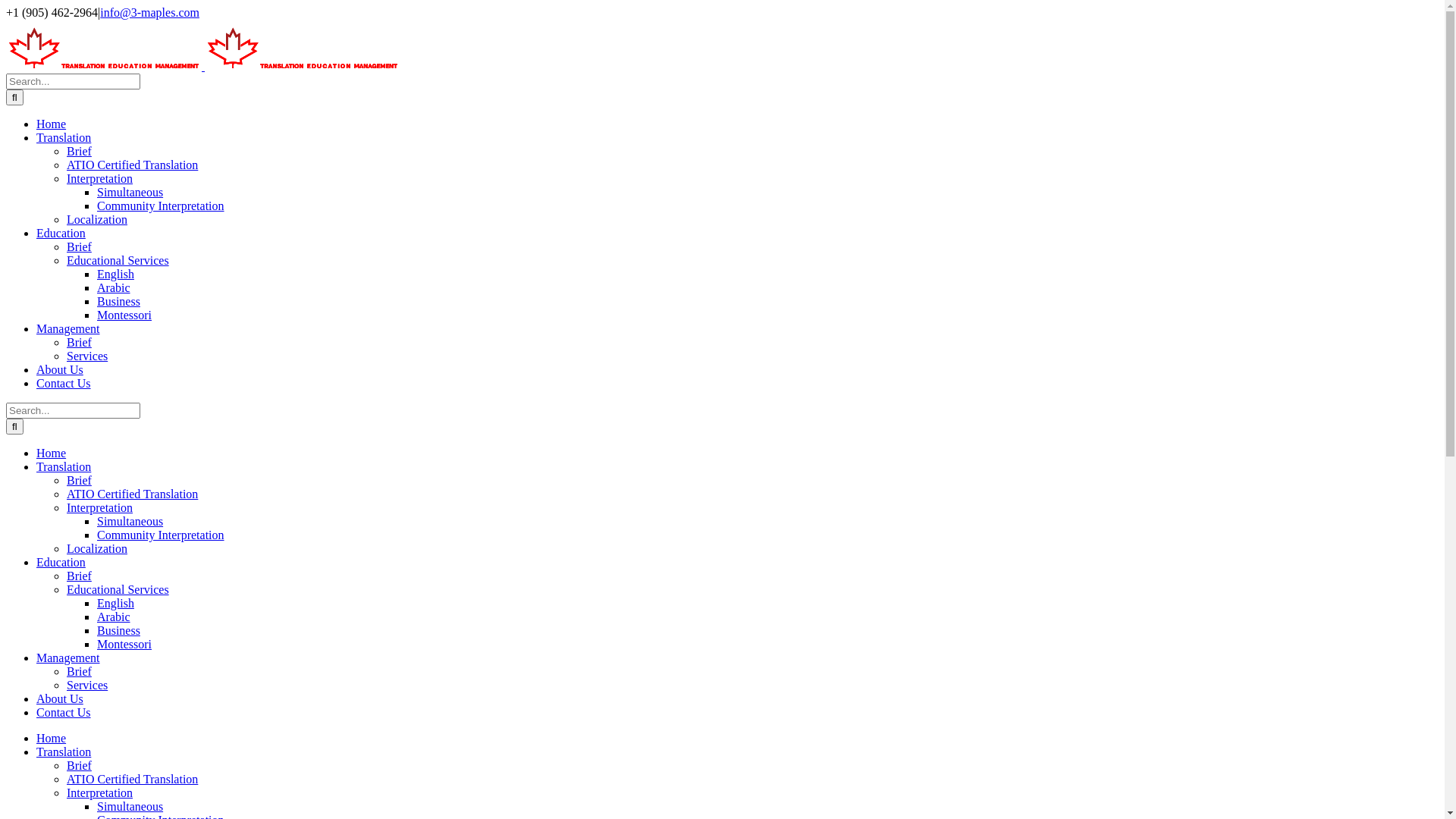 This screenshot has height=819, width=1456. I want to click on 'Educational Services', so click(117, 588).